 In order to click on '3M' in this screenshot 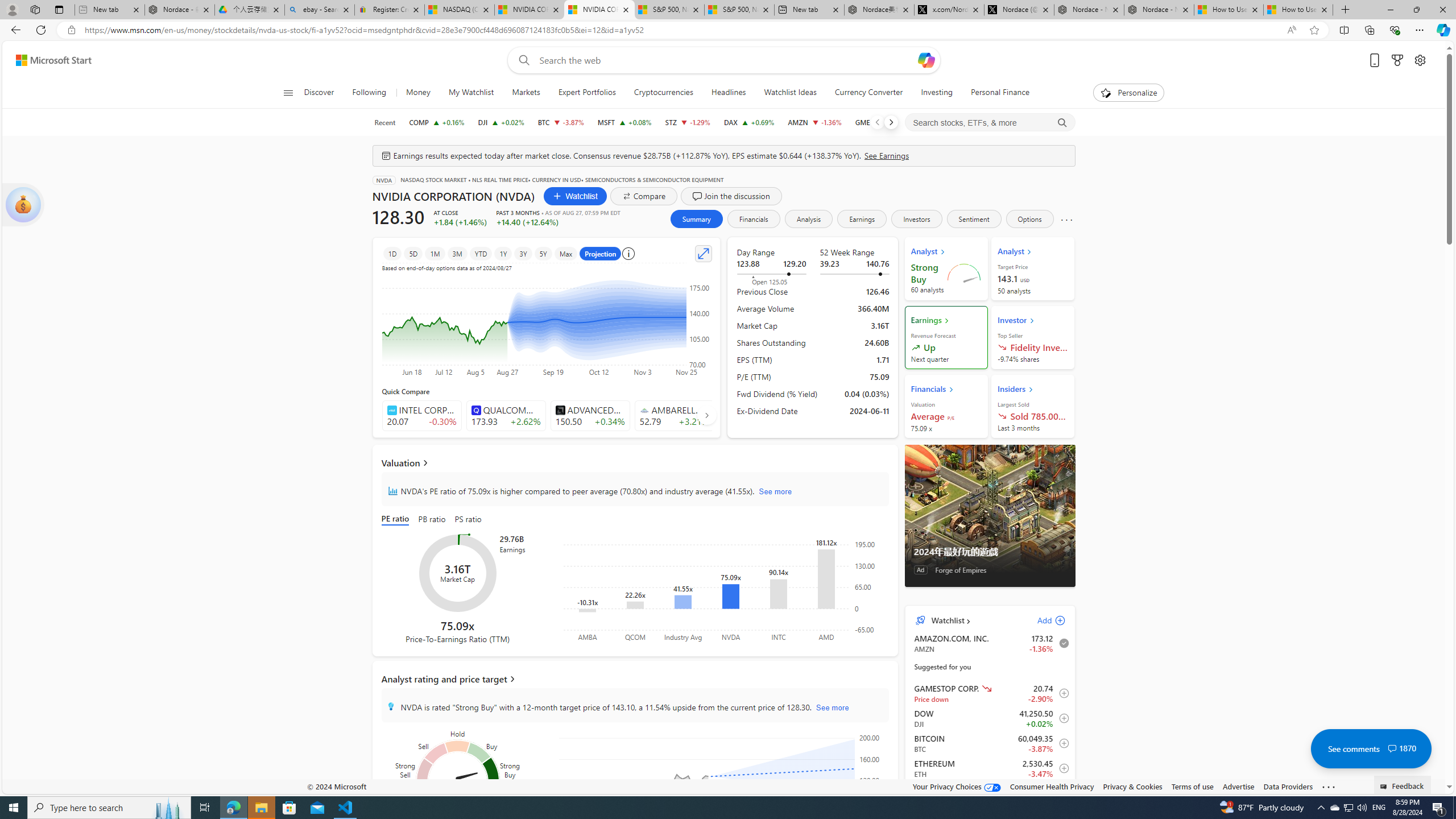, I will do `click(457, 253)`.